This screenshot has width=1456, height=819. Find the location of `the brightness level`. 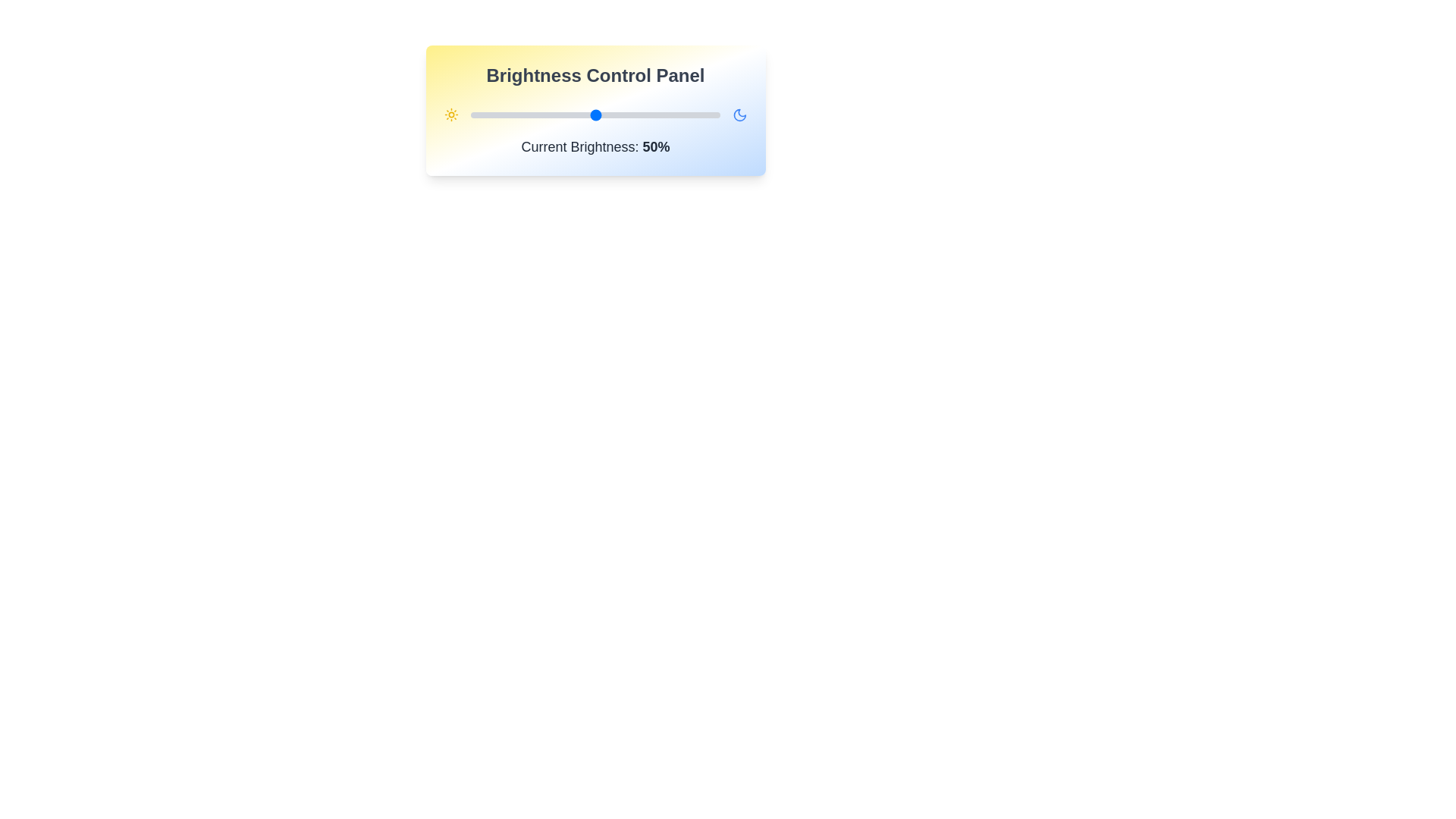

the brightness level is located at coordinates (632, 114).